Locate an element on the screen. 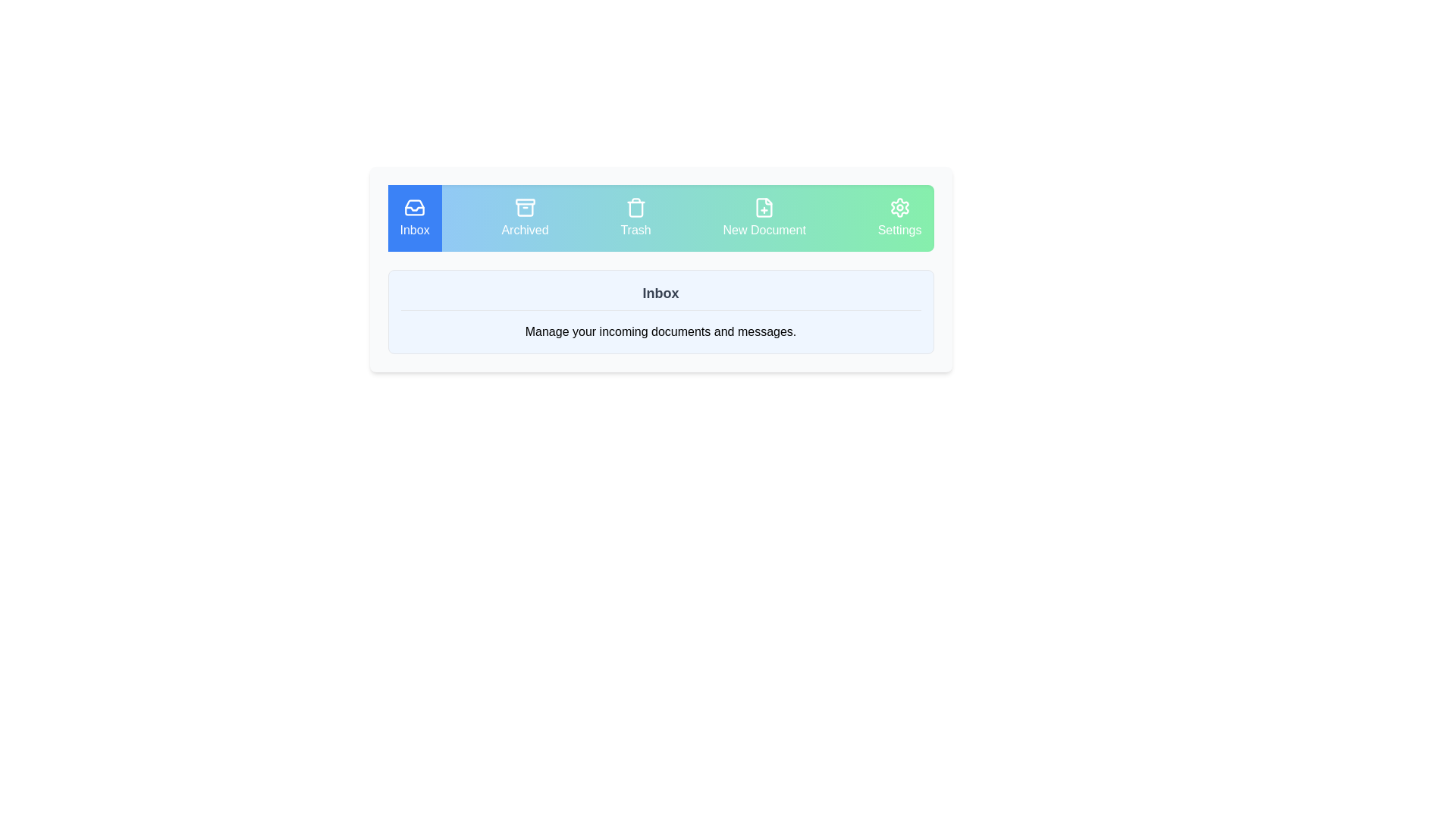 The height and width of the screenshot is (819, 1456). the tab labeled Inbox to observe its highlighted styling is located at coordinates (415, 218).